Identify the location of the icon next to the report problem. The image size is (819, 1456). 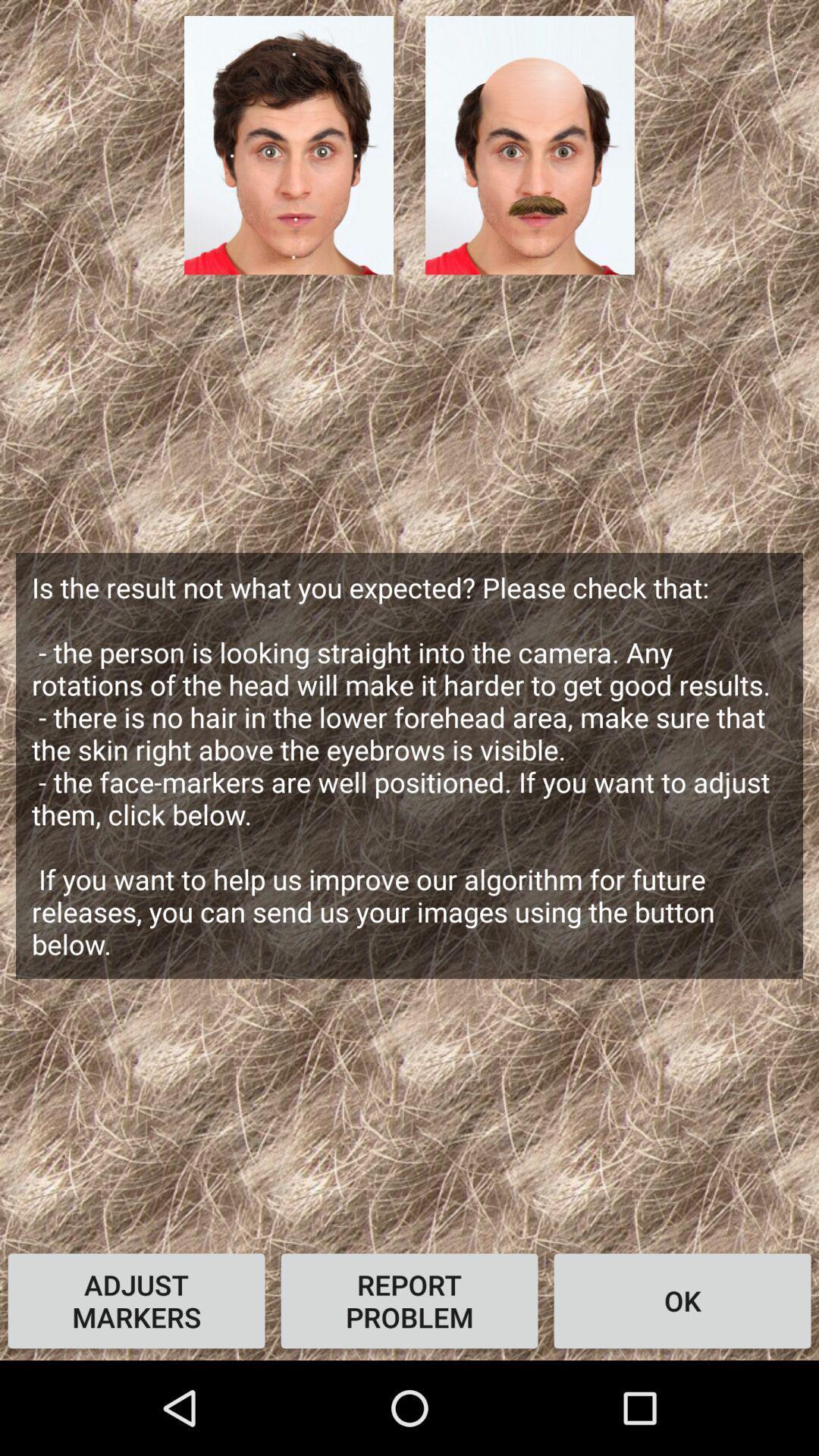
(136, 1300).